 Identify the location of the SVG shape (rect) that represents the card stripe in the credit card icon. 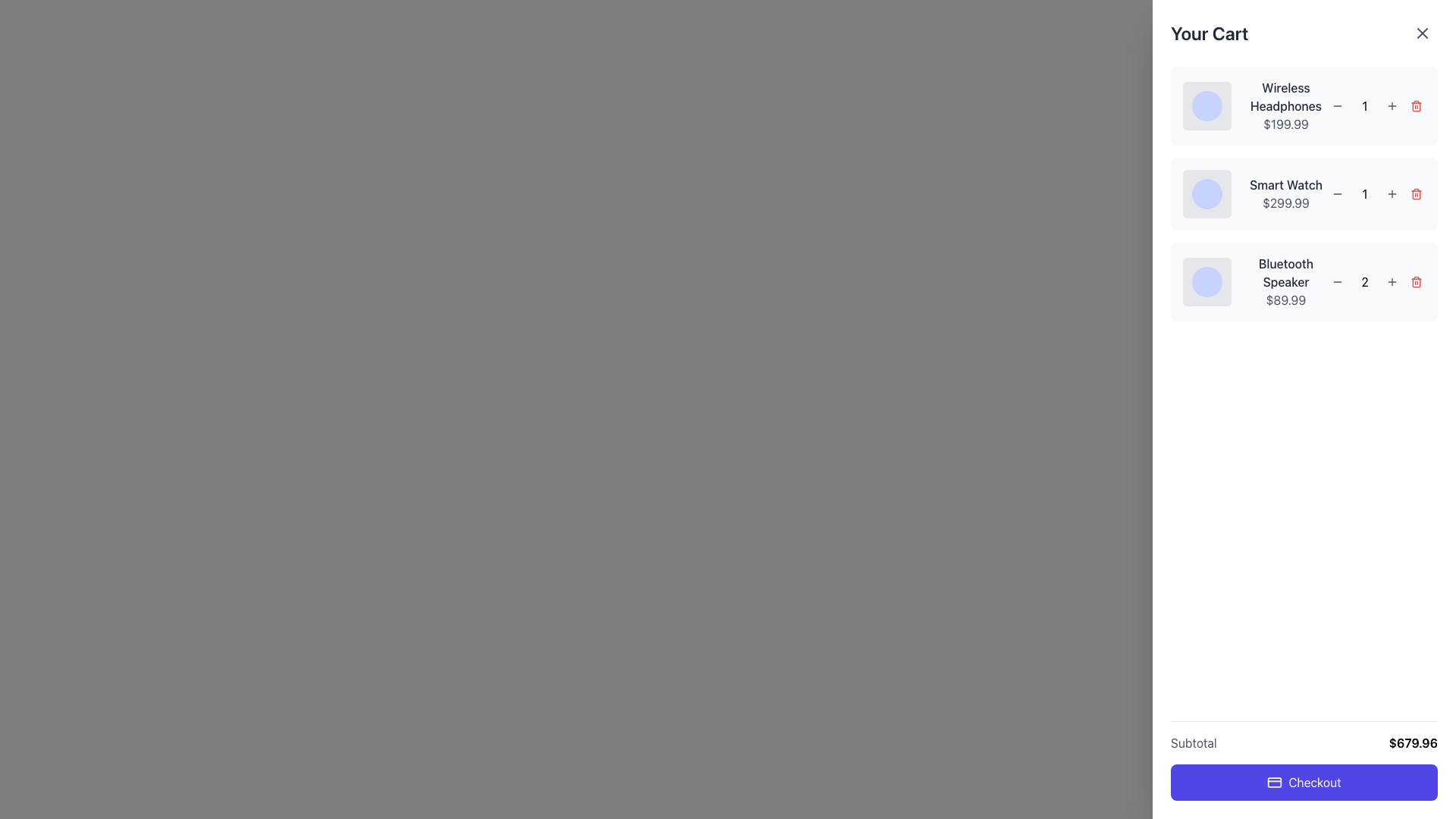
(1274, 783).